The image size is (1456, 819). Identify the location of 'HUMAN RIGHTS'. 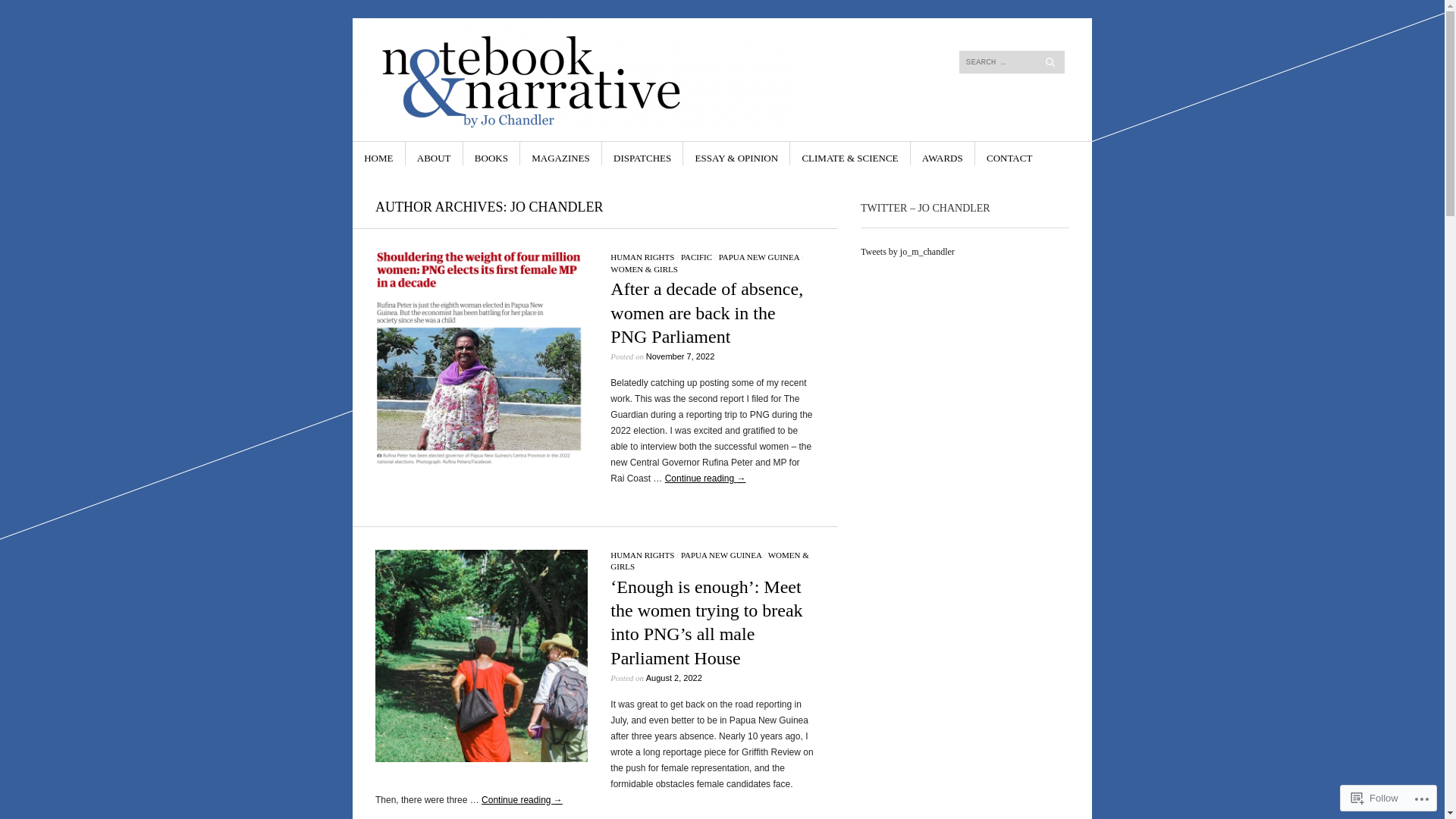
(642, 256).